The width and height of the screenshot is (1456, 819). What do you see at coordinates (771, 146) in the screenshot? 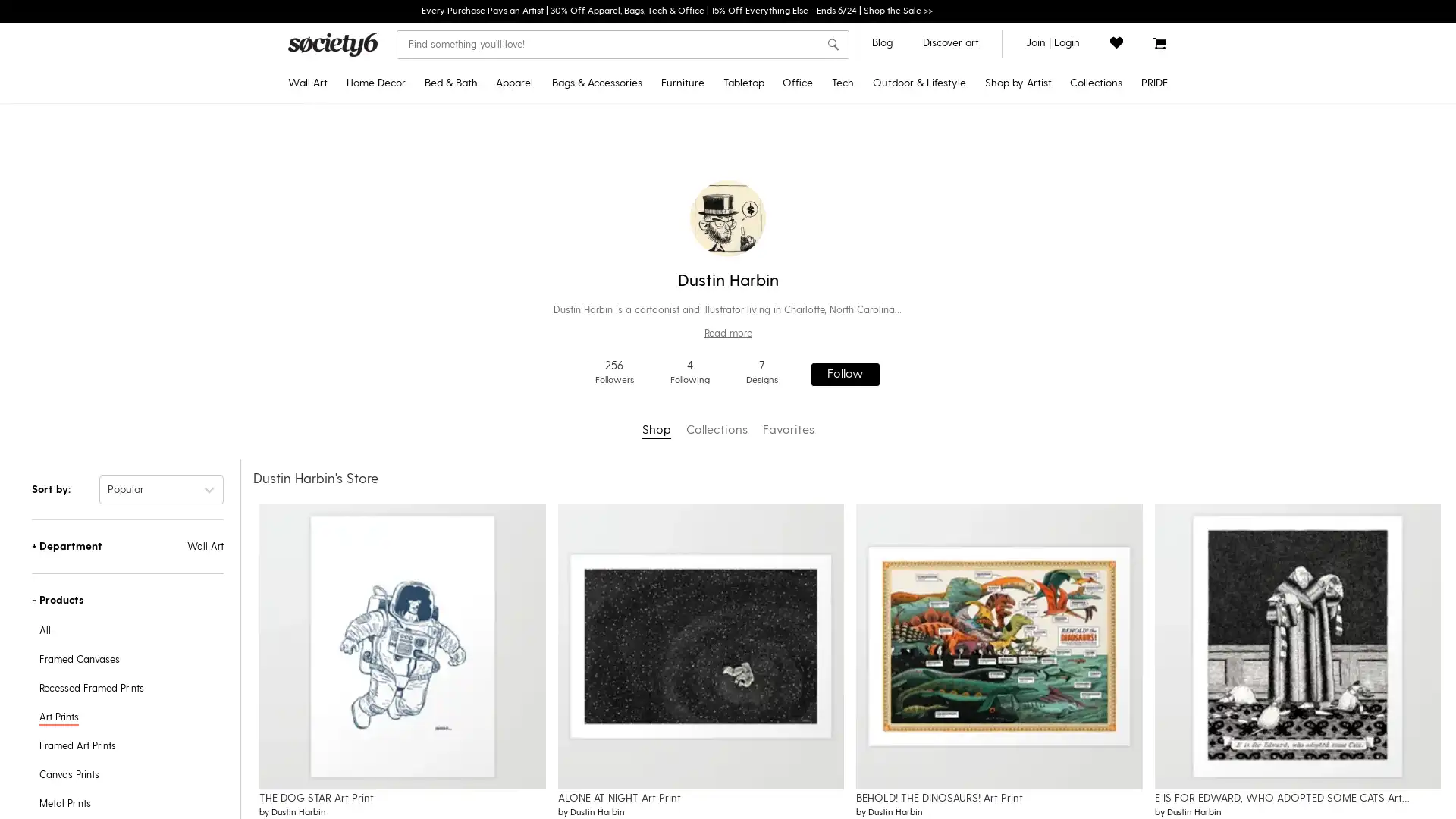
I see `Travel Mugs` at bounding box center [771, 146].